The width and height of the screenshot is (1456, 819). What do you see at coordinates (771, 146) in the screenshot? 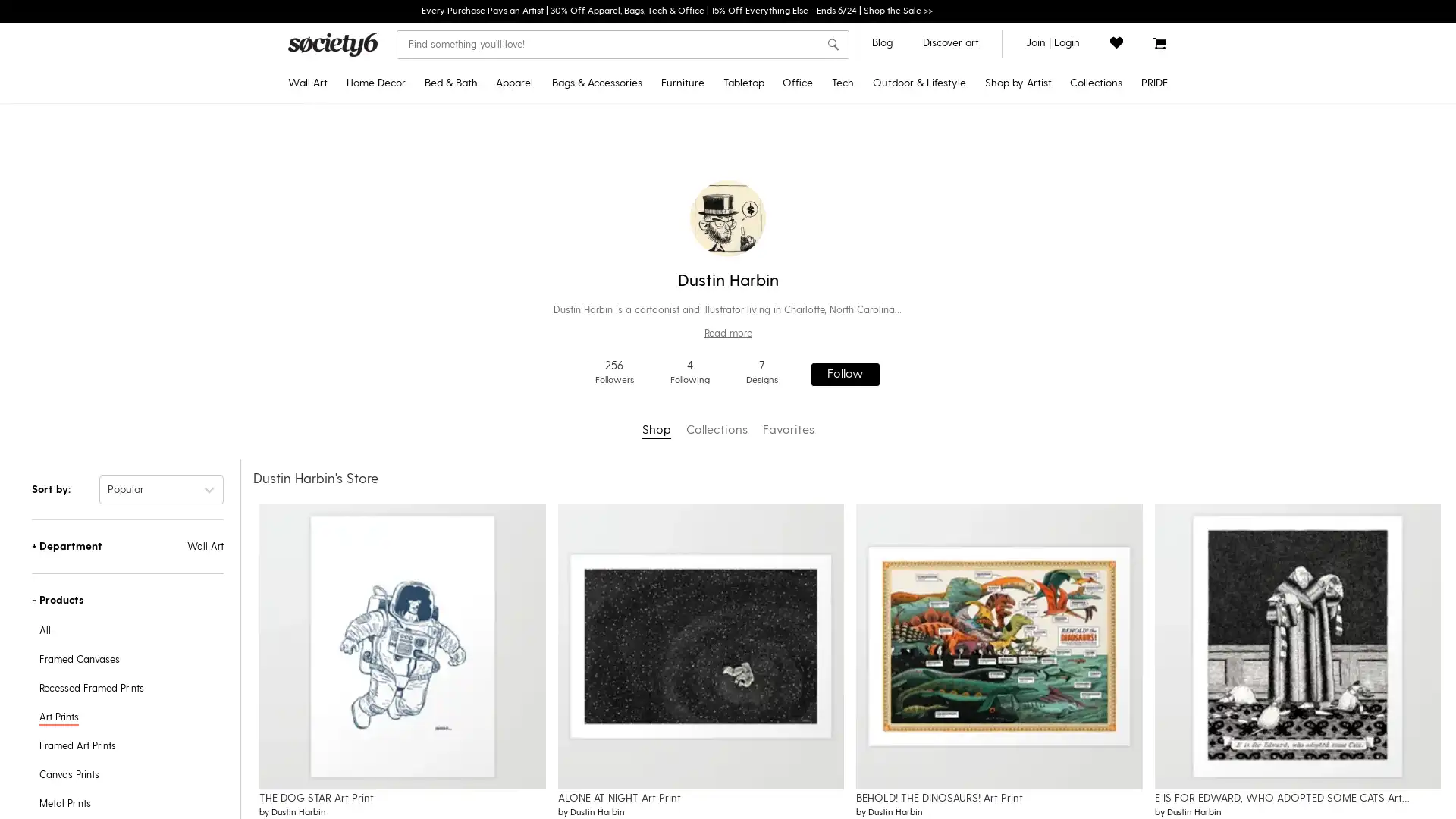
I see `Travel Mugs` at bounding box center [771, 146].